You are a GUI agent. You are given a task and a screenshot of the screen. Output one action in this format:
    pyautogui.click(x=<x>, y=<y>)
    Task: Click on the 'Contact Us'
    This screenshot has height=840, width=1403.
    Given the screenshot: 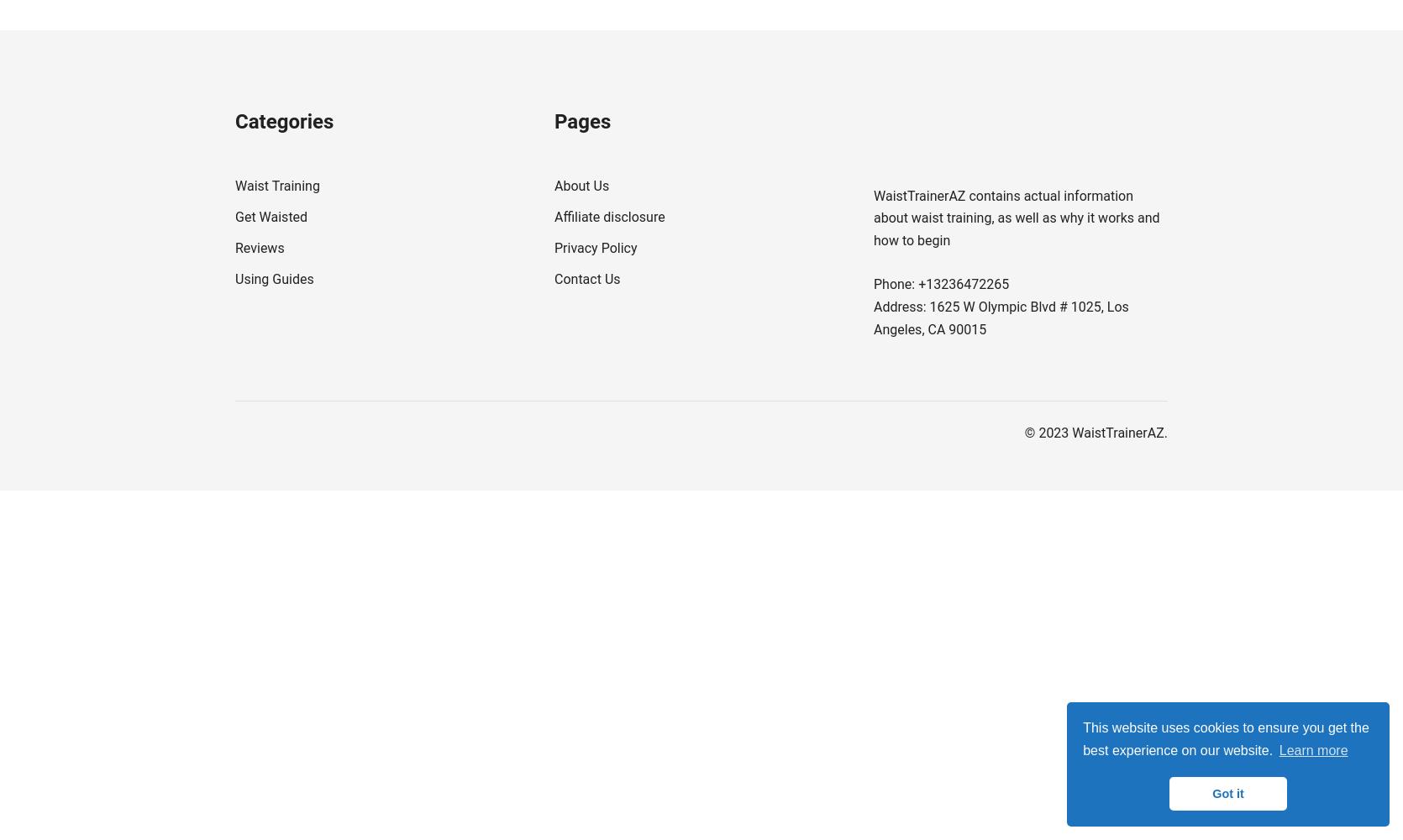 What is the action you would take?
    pyautogui.click(x=587, y=277)
    